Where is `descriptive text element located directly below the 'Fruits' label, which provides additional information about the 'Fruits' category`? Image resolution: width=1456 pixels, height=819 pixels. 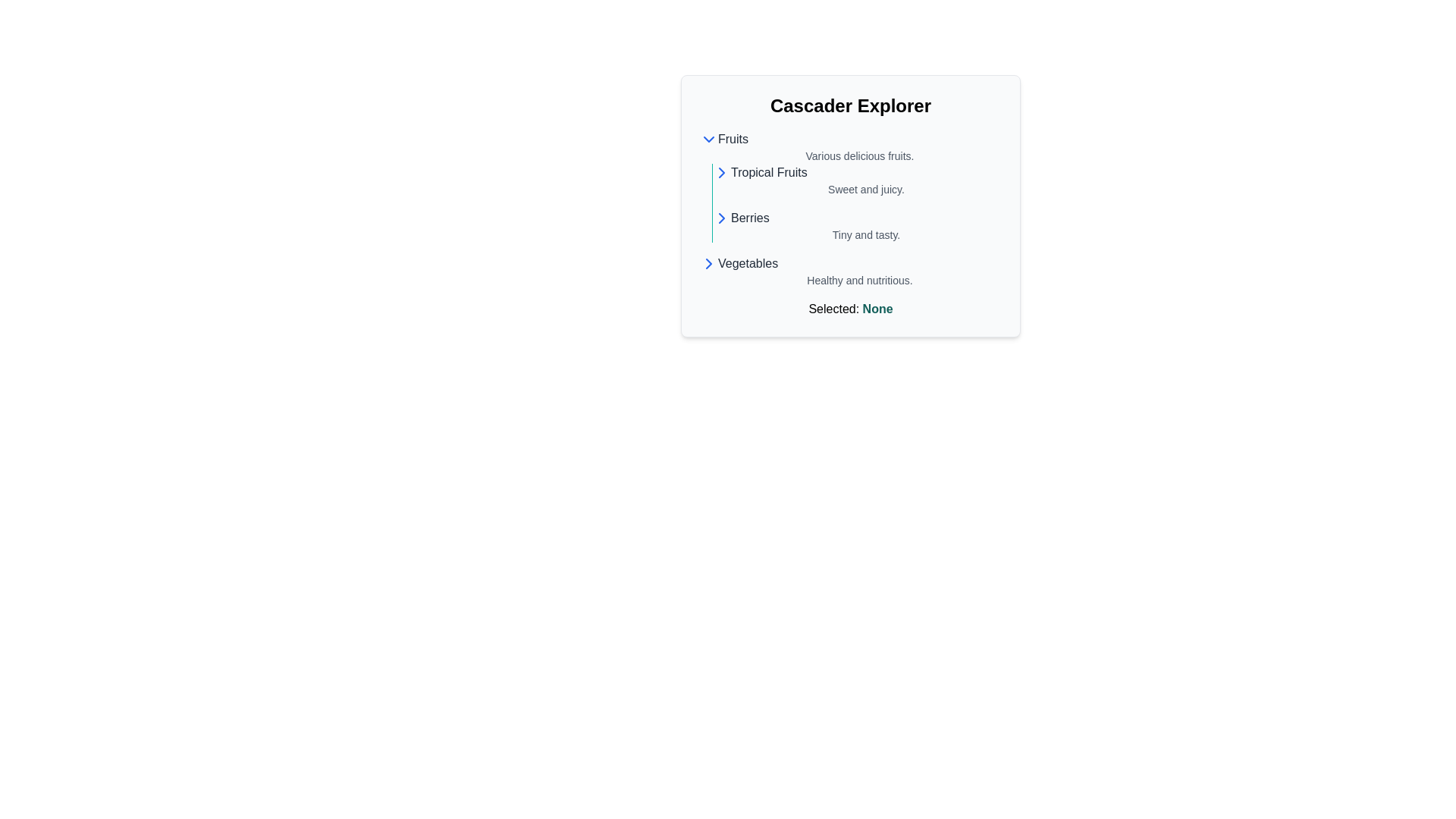
descriptive text element located directly below the 'Fruits' label, which provides additional information about the 'Fruits' category is located at coordinates (859, 155).